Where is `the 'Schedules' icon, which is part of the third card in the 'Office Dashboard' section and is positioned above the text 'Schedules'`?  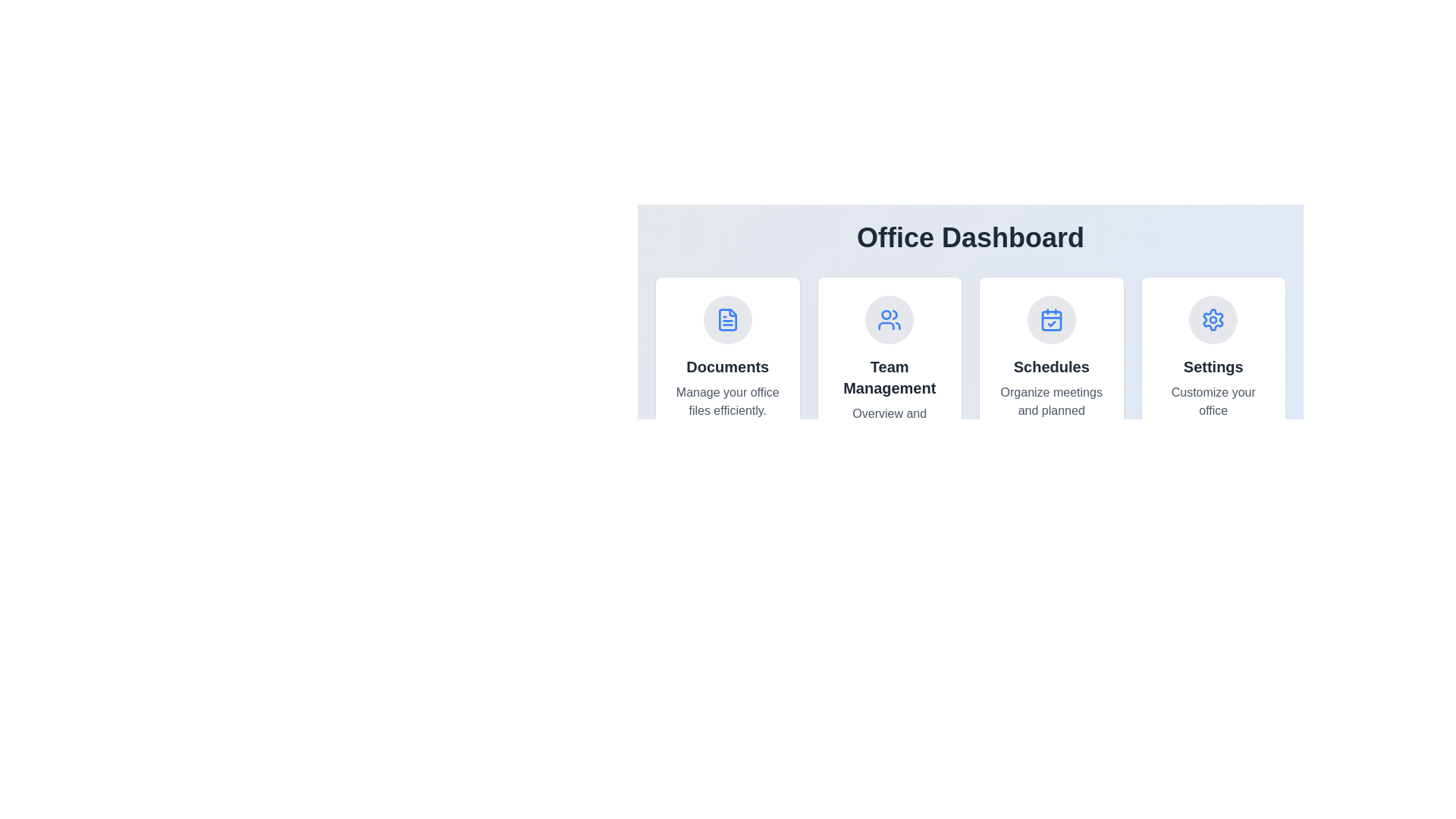
the 'Schedules' icon, which is part of the third card in the 'Office Dashboard' section and is positioned above the text 'Schedules' is located at coordinates (1050, 318).